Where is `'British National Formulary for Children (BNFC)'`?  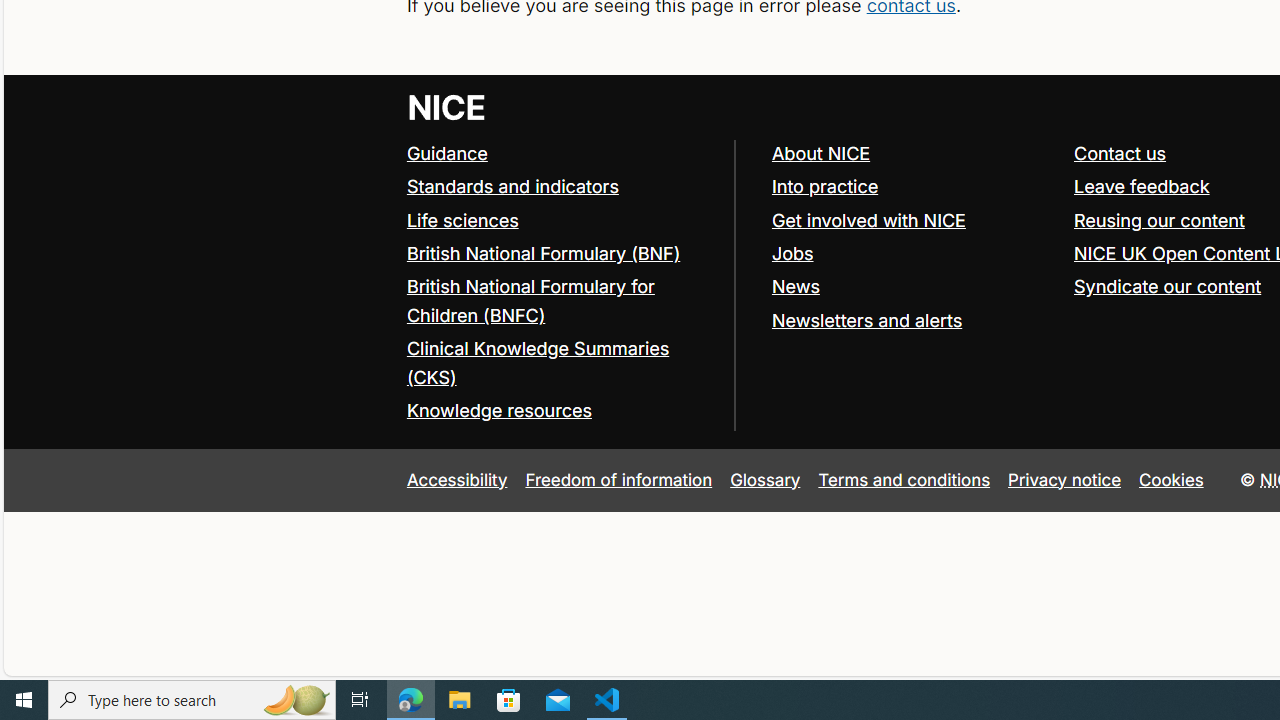
'British National Formulary for Children (BNFC)' is located at coordinates (530, 300).